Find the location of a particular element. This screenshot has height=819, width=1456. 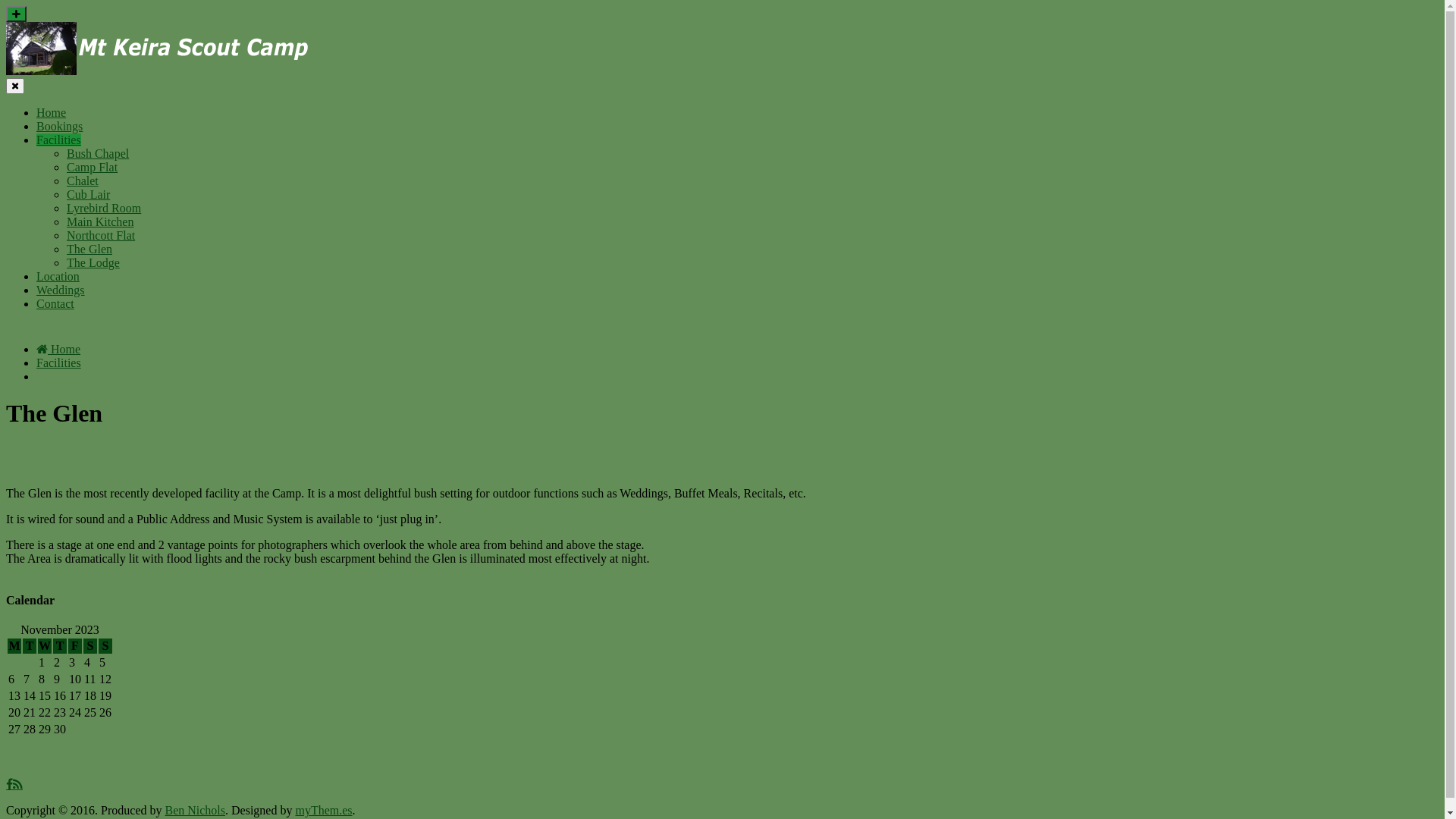

'The Lodge' is located at coordinates (65, 262).